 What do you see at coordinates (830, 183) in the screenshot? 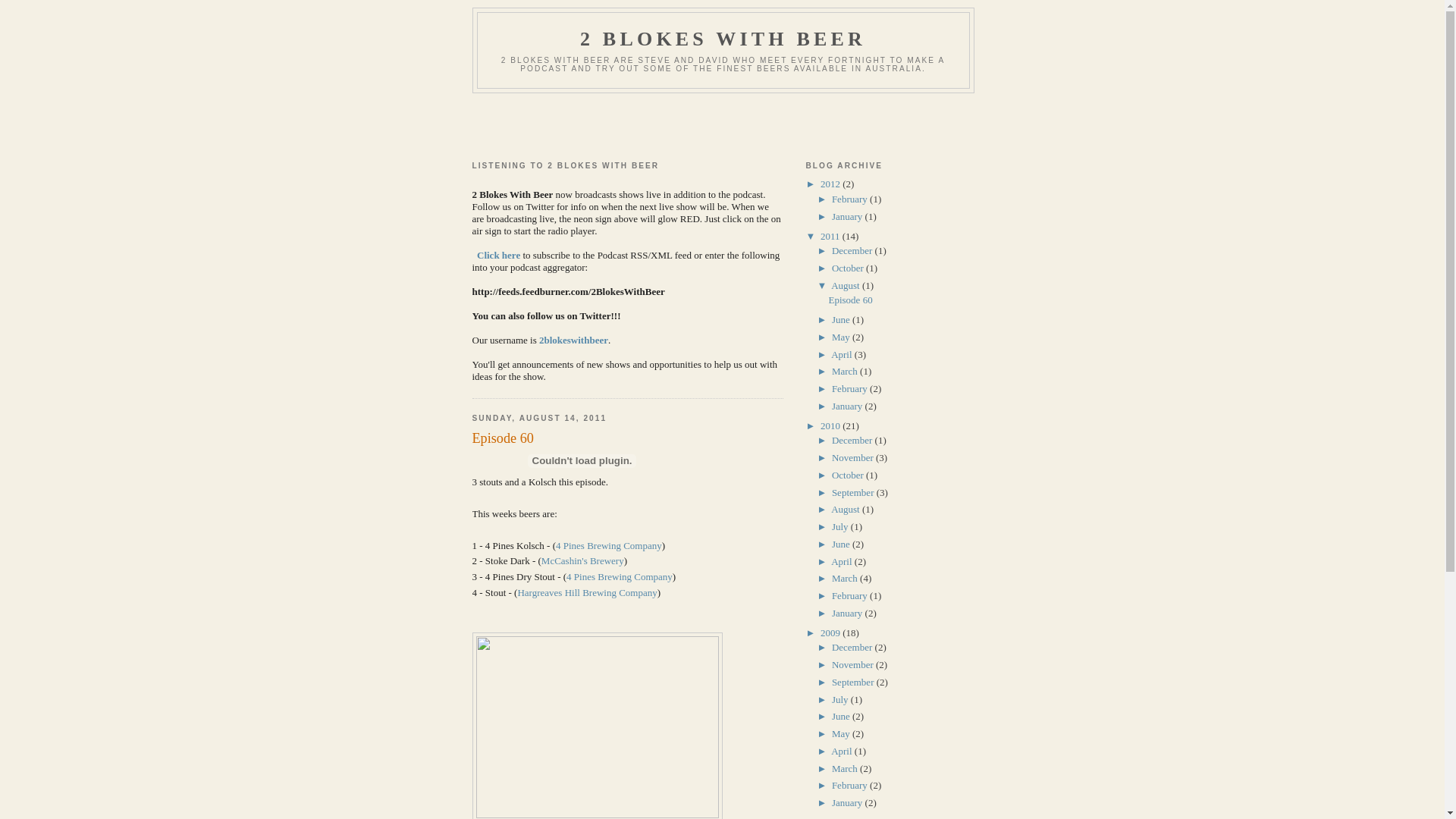
I see `'2012'` at bounding box center [830, 183].